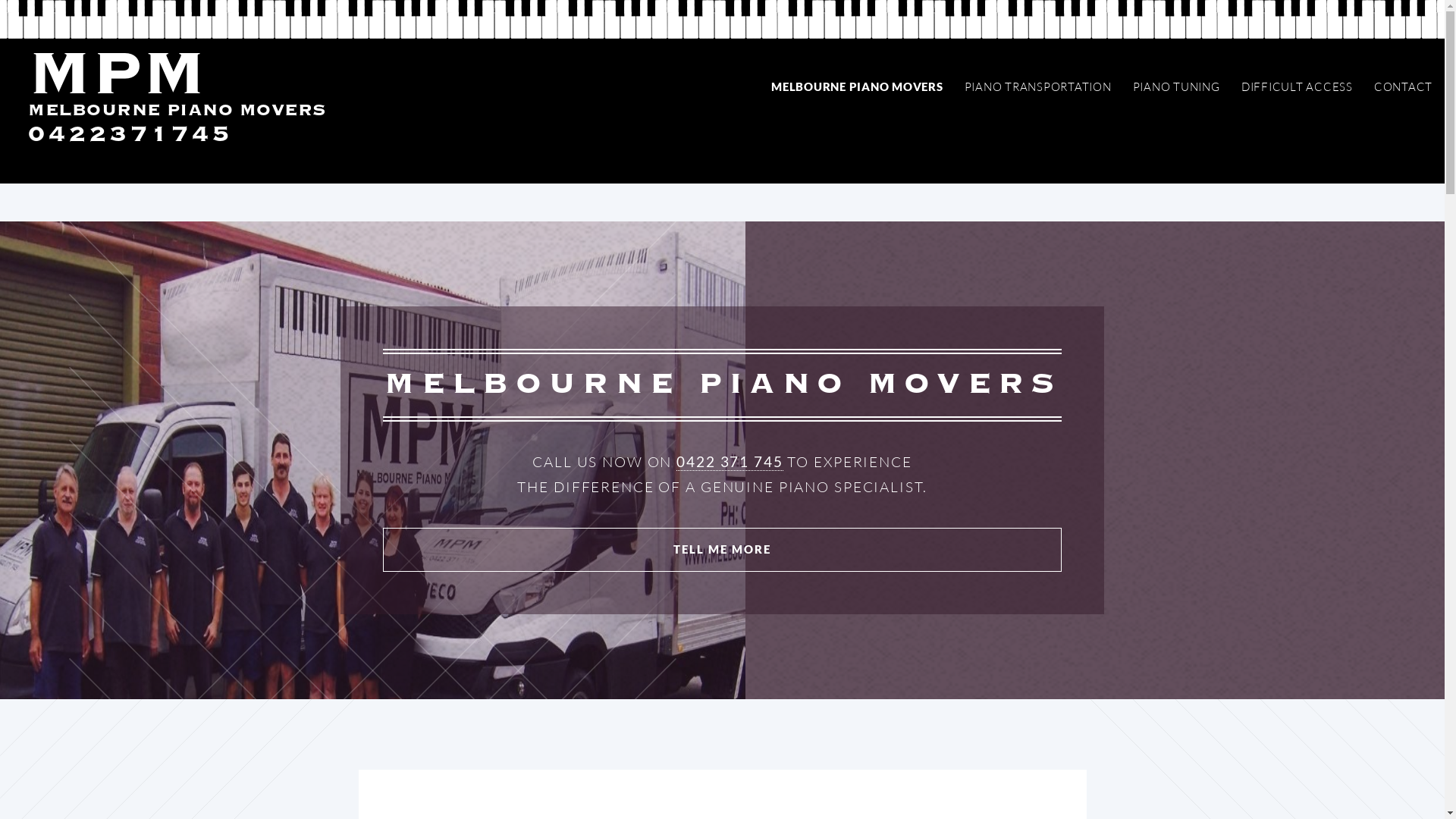 Image resolution: width=1456 pixels, height=819 pixels. What do you see at coordinates (177, 102) in the screenshot?
I see `'MPM` at bounding box center [177, 102].